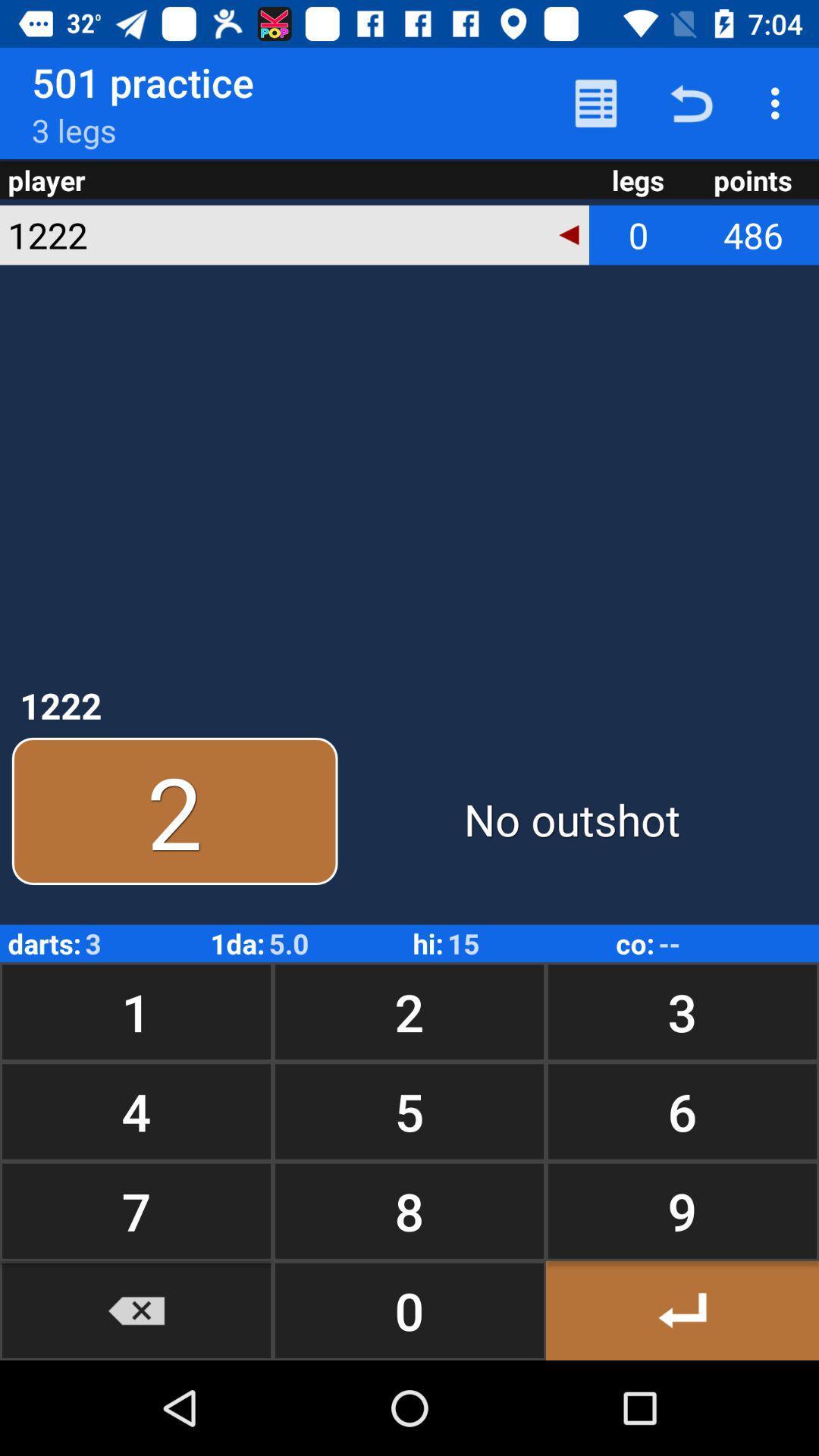 The width and height of the screenshot is (819, 1456). What do you see at coordinates (409, 1210) in the screenshot?
I see `8 button` at bounding box center [409, 1210].